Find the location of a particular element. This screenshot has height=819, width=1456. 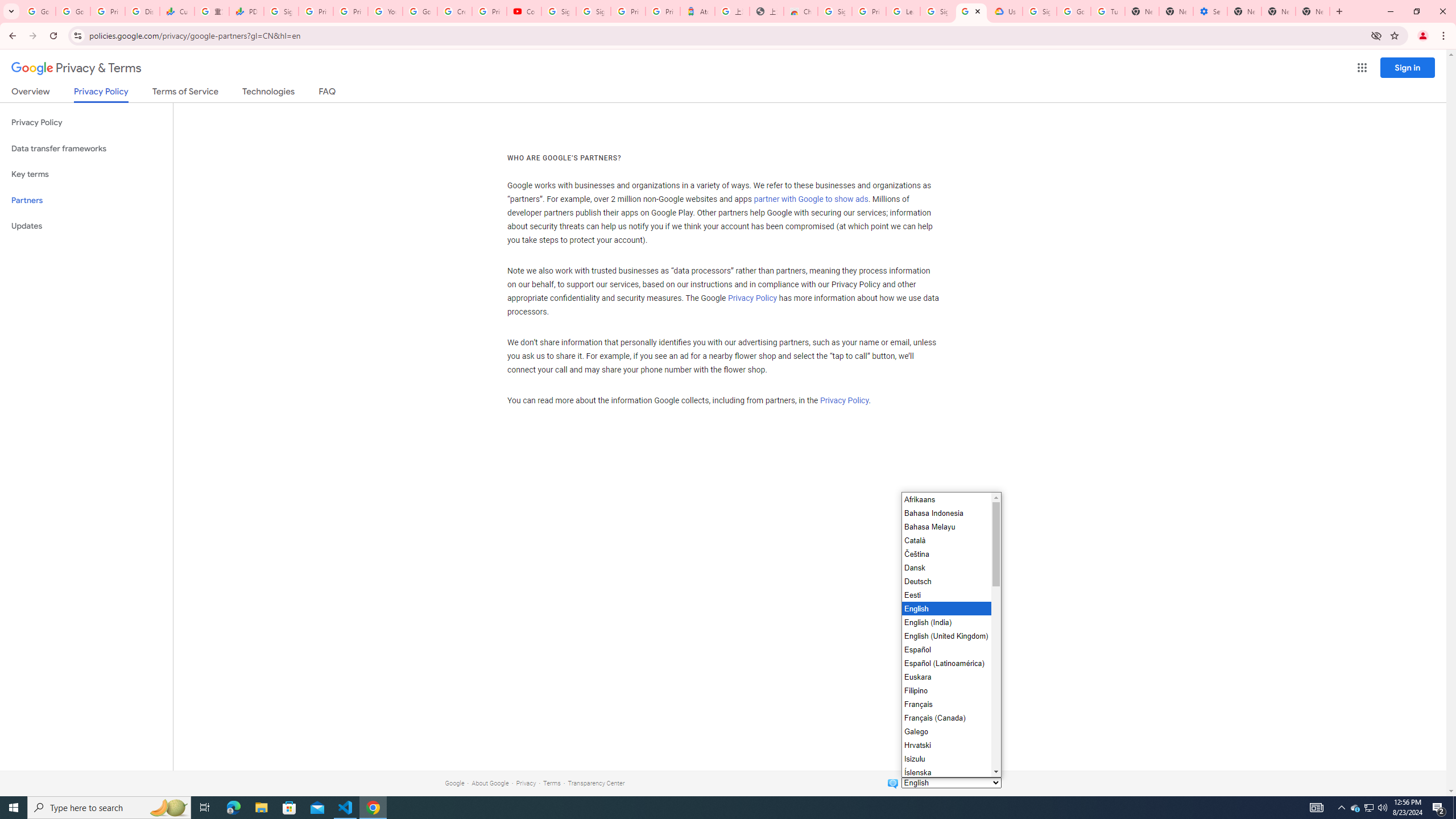

'Transparency Center' is located at coordinates (595, 783).